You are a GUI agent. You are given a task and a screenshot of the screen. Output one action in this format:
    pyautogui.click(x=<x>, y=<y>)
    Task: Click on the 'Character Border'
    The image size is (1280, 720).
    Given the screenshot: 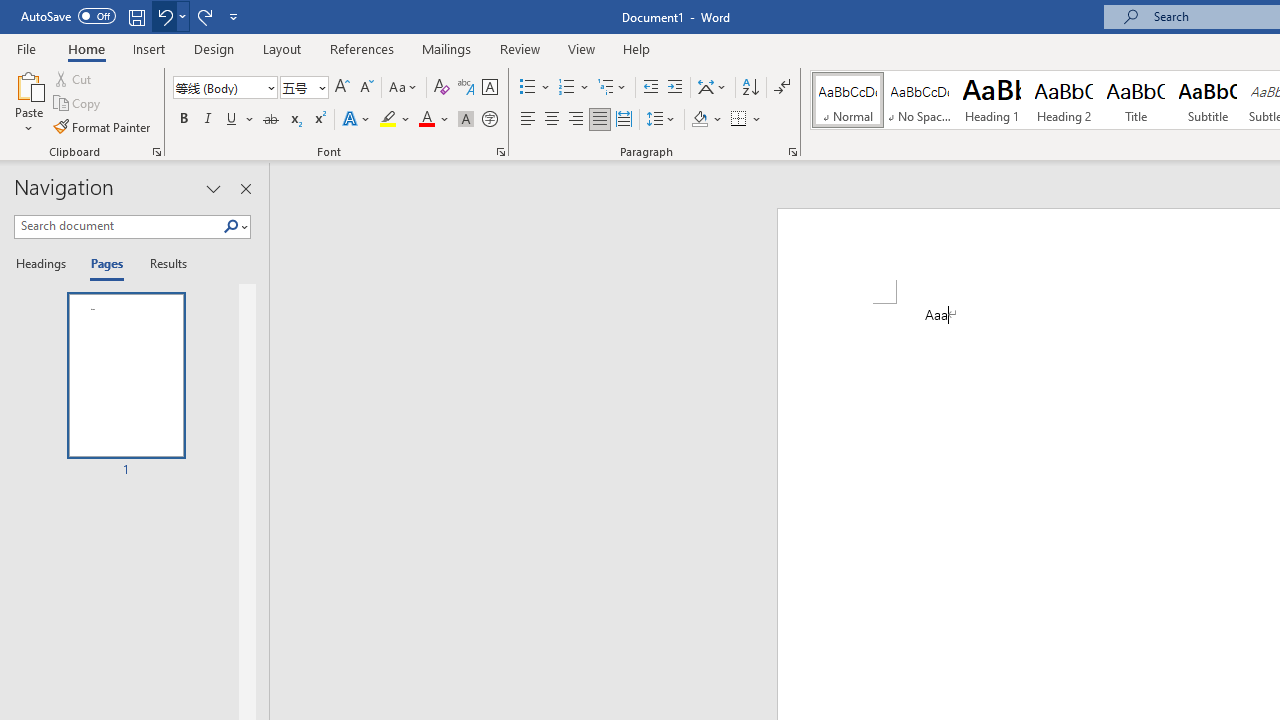 What is the action you would take?
    pyautogui.click(x=489, y=86)
    